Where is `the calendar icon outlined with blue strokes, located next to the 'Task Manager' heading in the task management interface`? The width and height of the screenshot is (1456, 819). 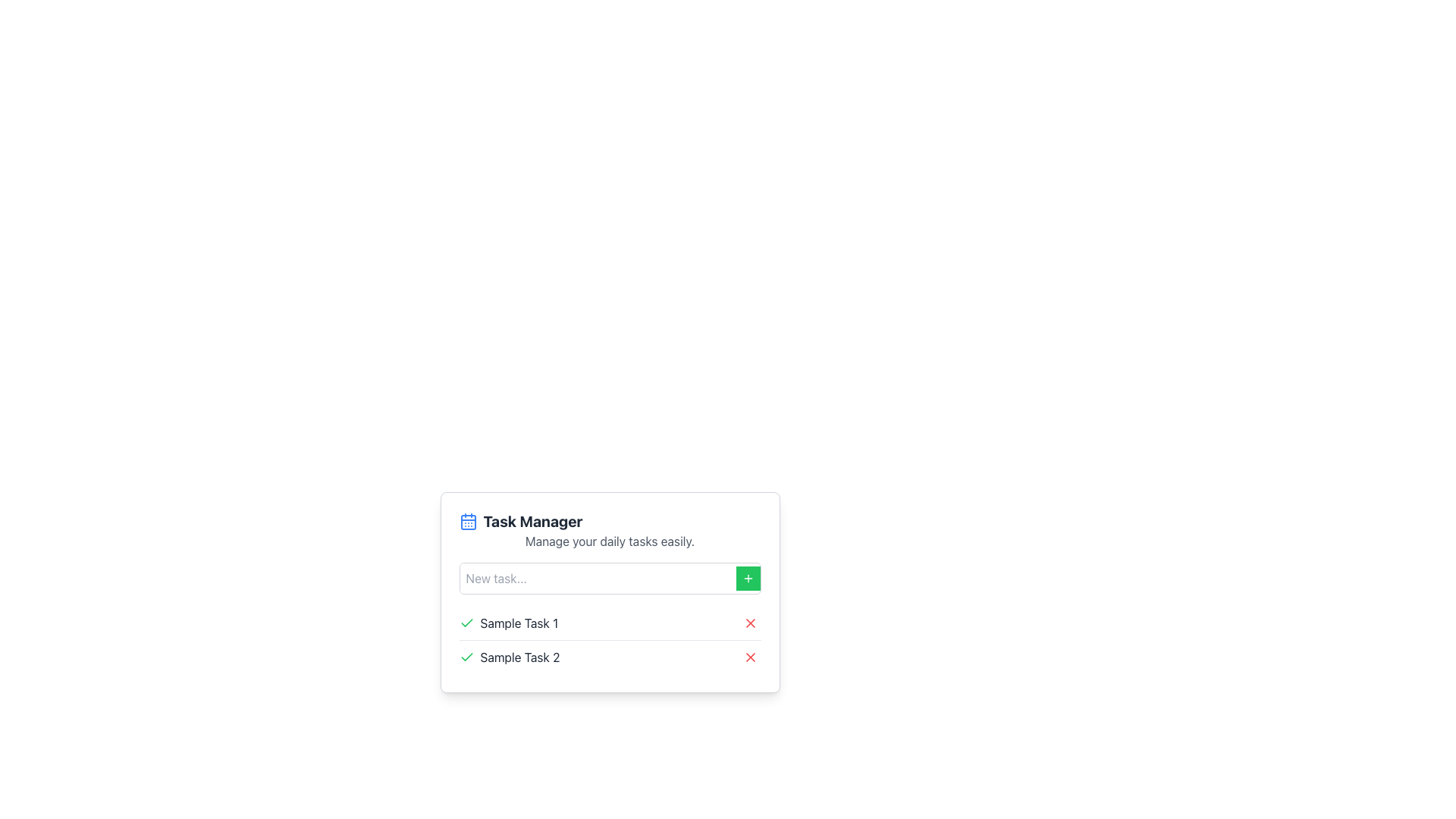
the calendar icon outlined with blue strokes, located next to the 'Task Manager' heading in the task management interface is located at coordinates (467, 520).